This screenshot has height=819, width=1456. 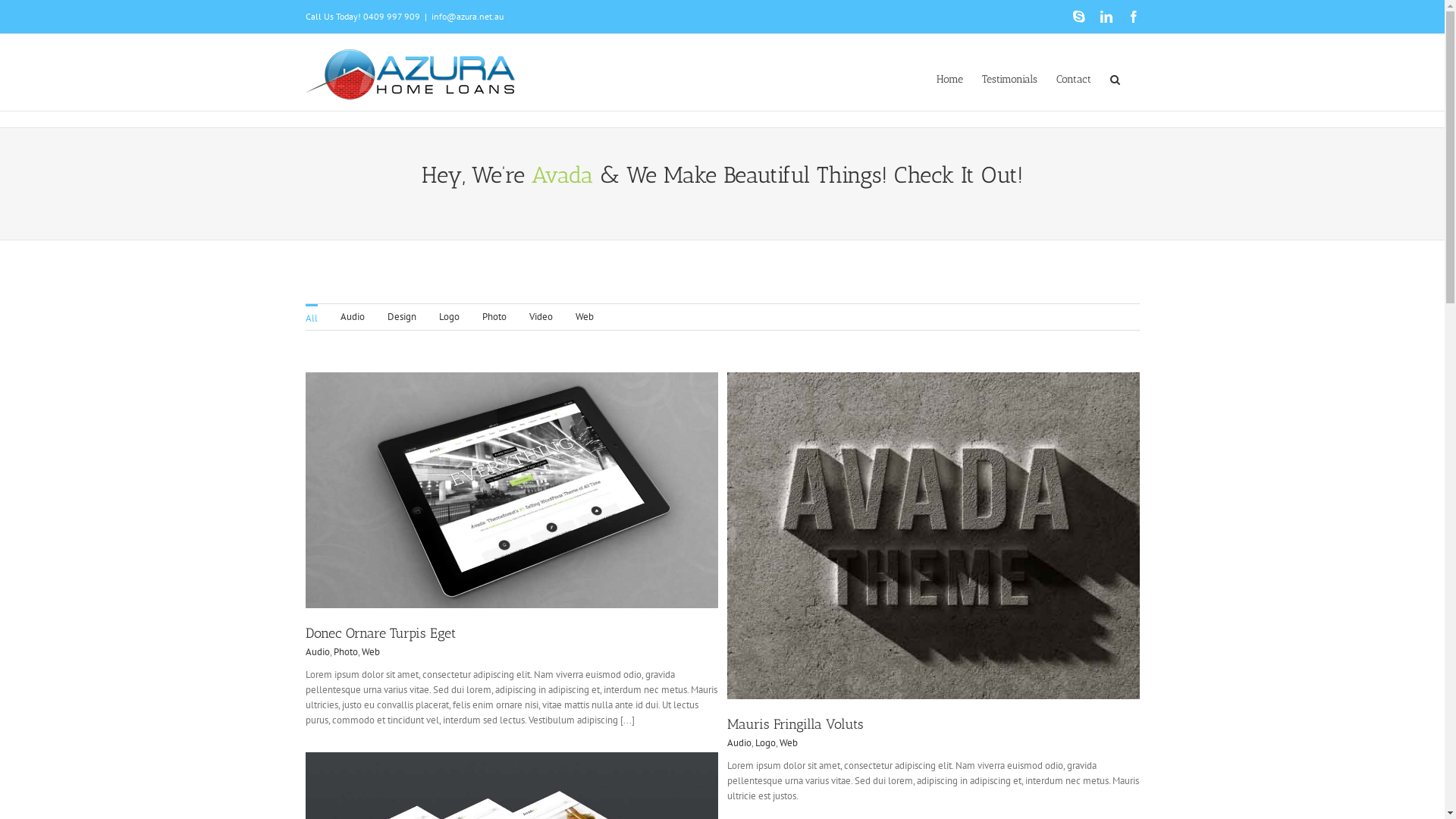 I want to click on 'Search', so click(x=1110, y=78).